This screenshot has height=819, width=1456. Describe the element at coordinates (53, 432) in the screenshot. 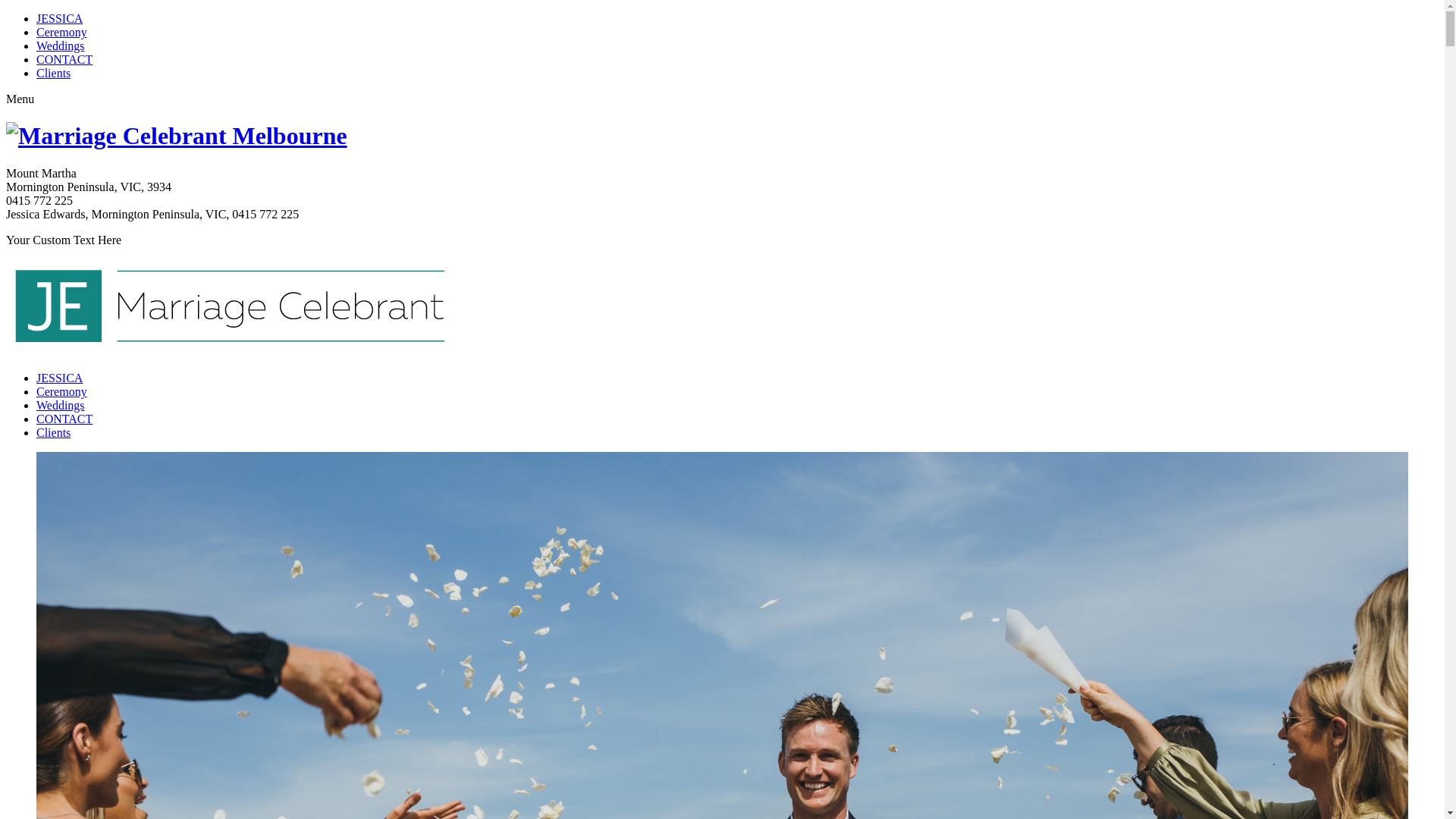

I see `'Clients'` at that location.